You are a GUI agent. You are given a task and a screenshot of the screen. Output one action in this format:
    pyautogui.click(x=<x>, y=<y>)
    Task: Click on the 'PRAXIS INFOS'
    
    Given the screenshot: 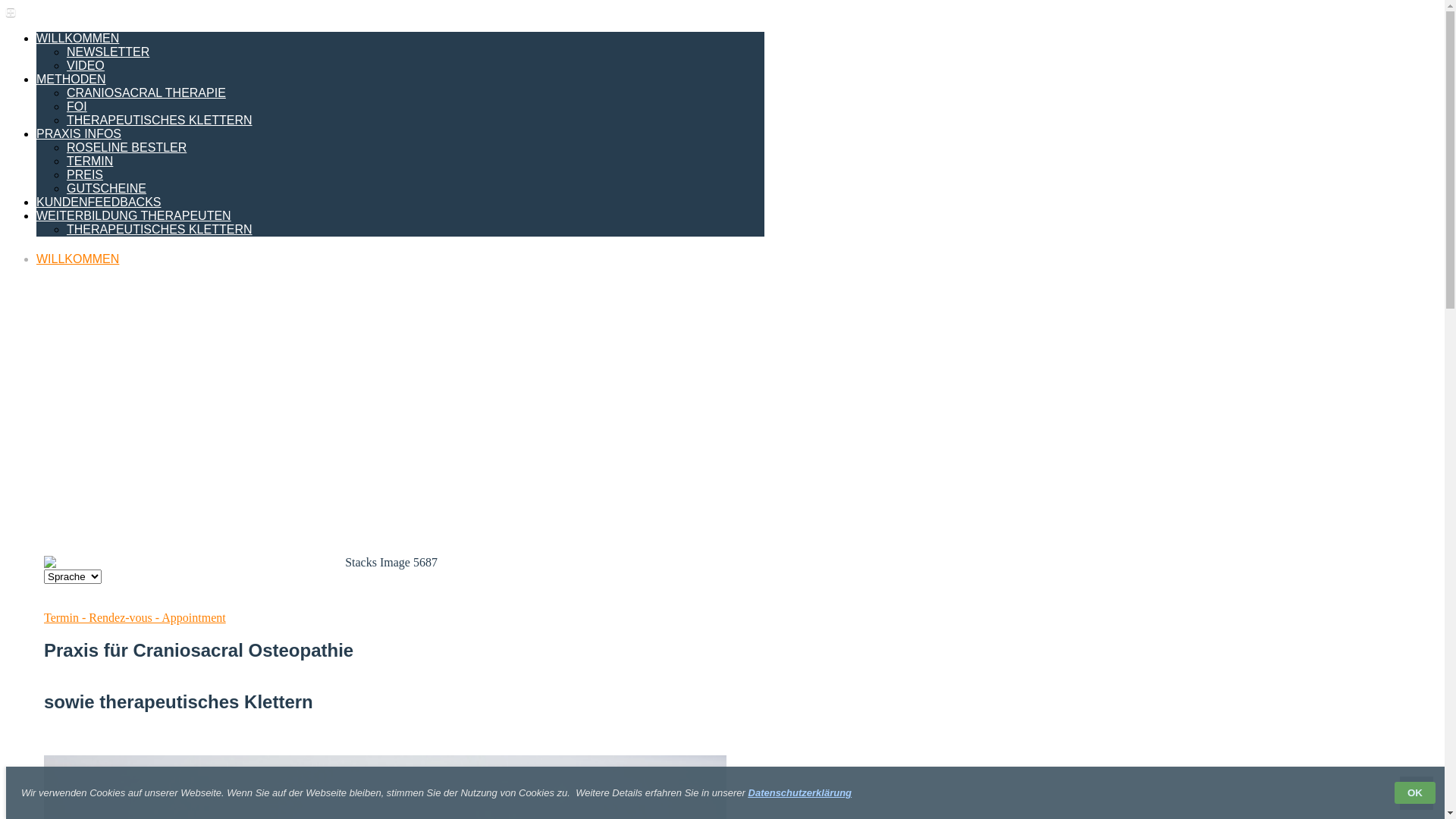 What is the action you would take?
    pyautogui.click(x=78, y=133)
    